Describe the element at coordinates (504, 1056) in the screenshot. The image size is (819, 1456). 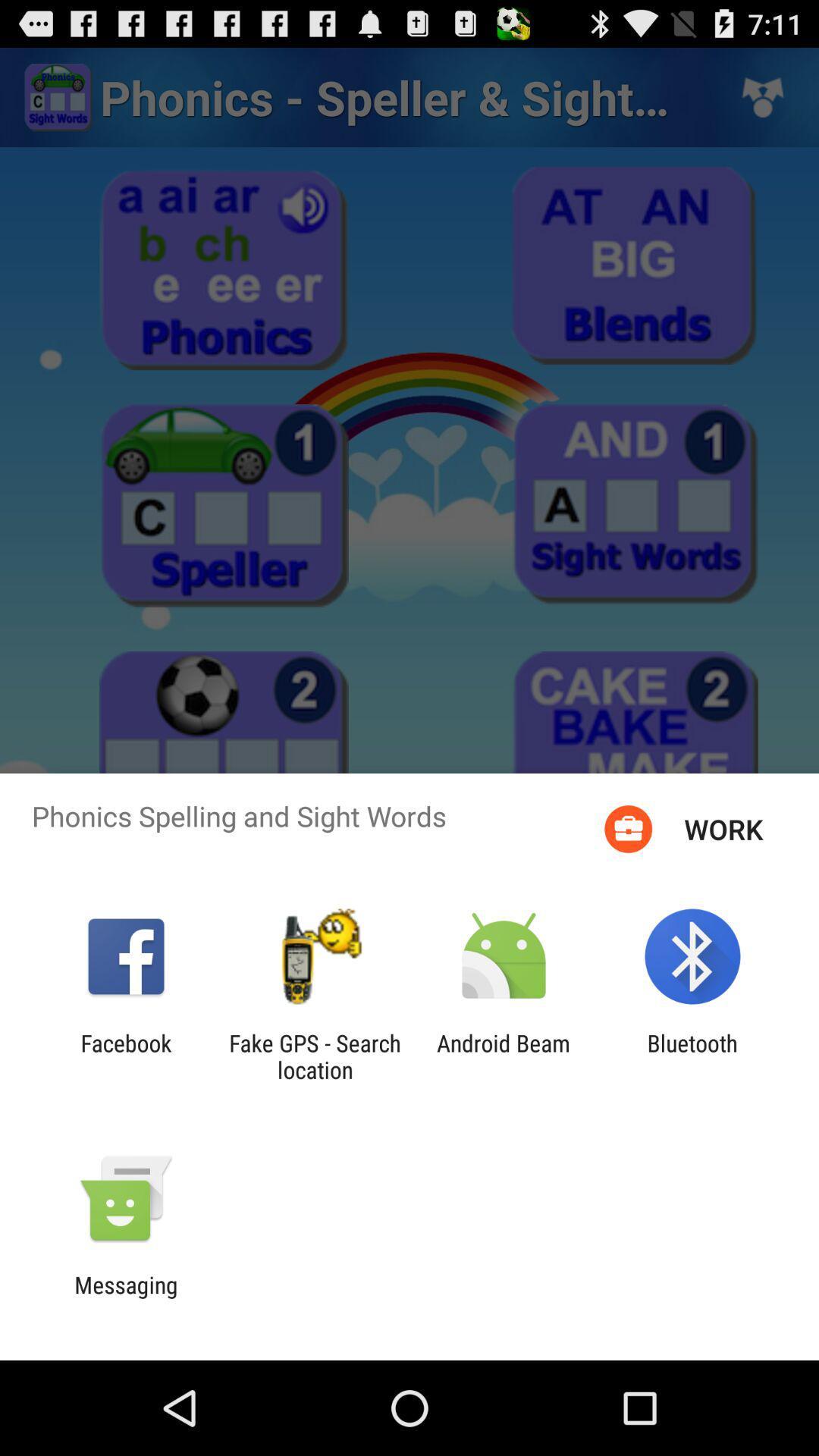
I see `android beam` at that location.